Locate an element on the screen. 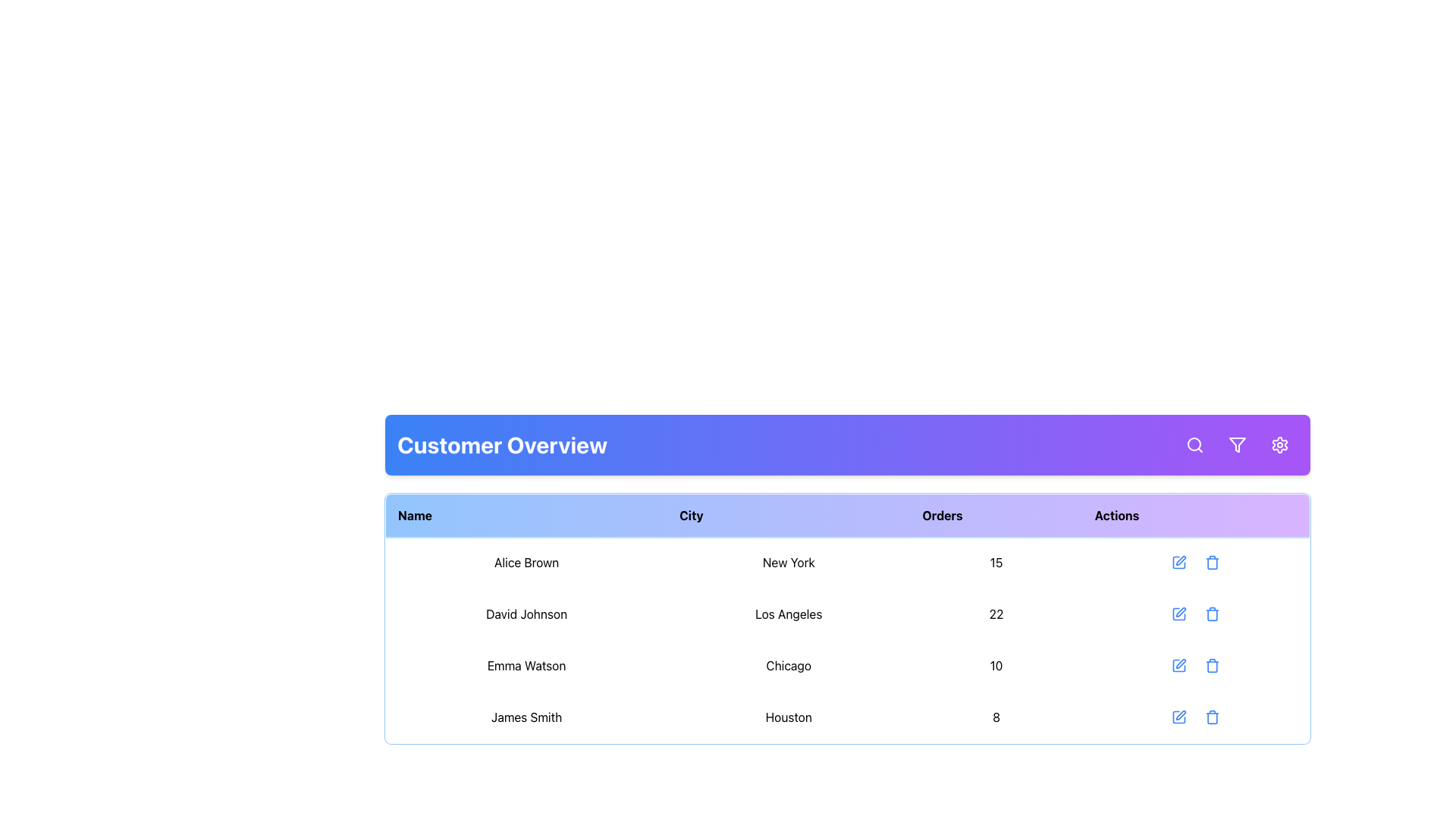 The image size is (1456, 819). the blue square icon button with a pen in the top-right corner located in the Actions column of the row for 'James Smith' in the Customer Overview table is located at coordinates (1178, 717).